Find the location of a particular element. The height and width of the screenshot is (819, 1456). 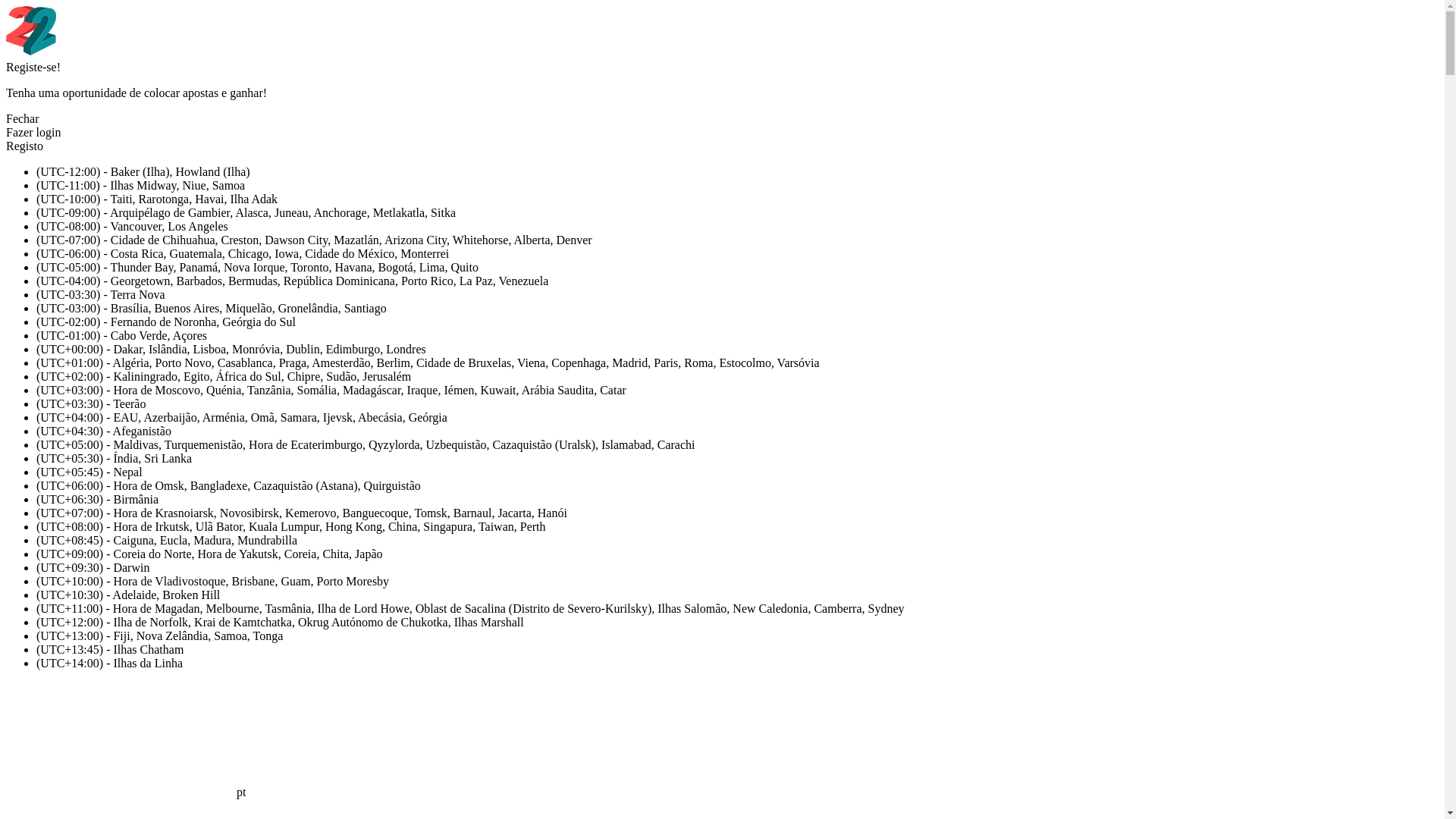

'Registo' is located at coordinates (6, 146).